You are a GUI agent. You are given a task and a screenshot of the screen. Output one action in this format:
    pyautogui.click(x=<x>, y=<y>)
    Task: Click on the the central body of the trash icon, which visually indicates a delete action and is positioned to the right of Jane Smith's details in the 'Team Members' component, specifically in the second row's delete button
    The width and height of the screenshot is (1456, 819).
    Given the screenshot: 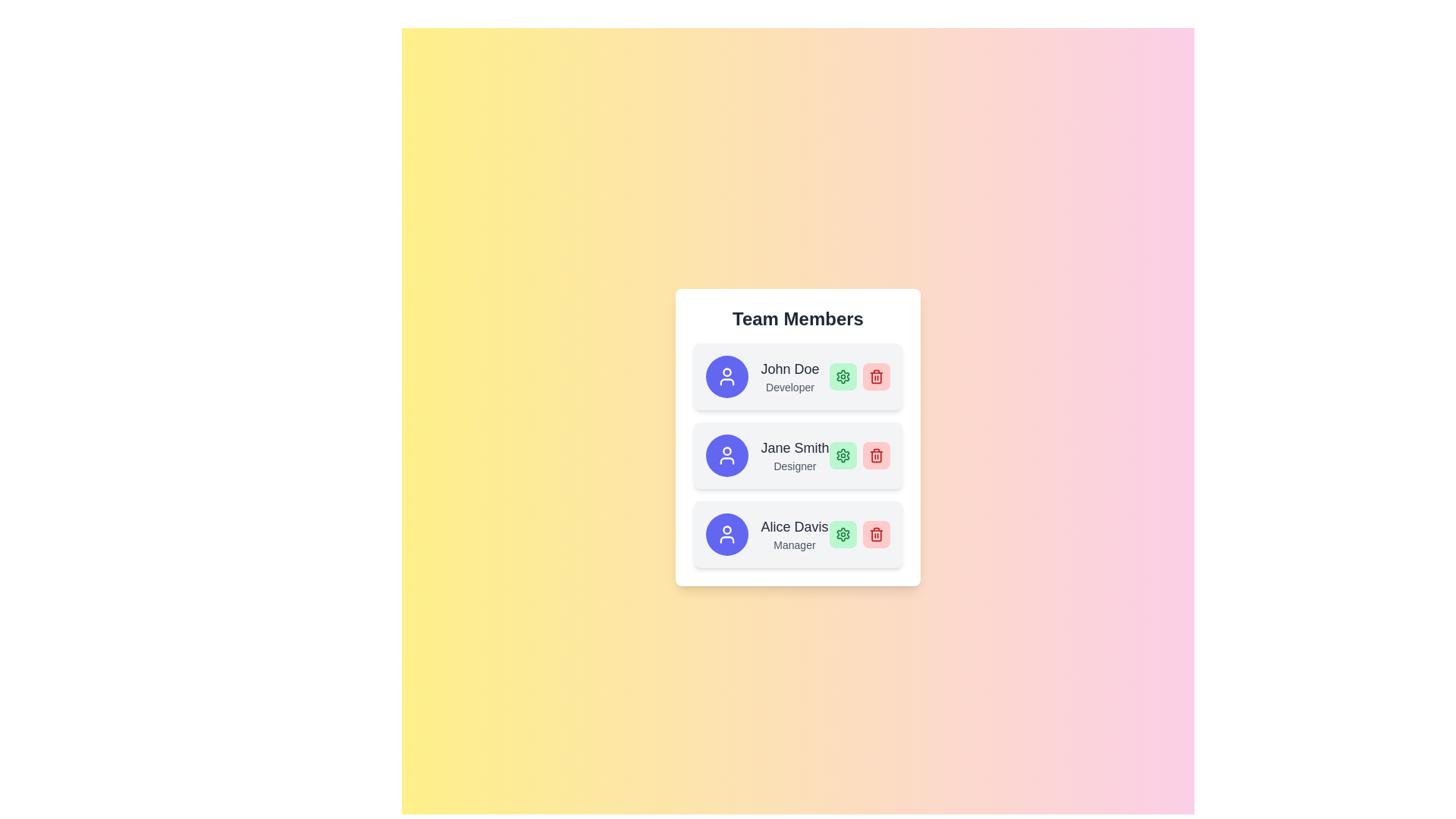 What is the action you would take?
    pyautogui.click(x=876, y=456)
    